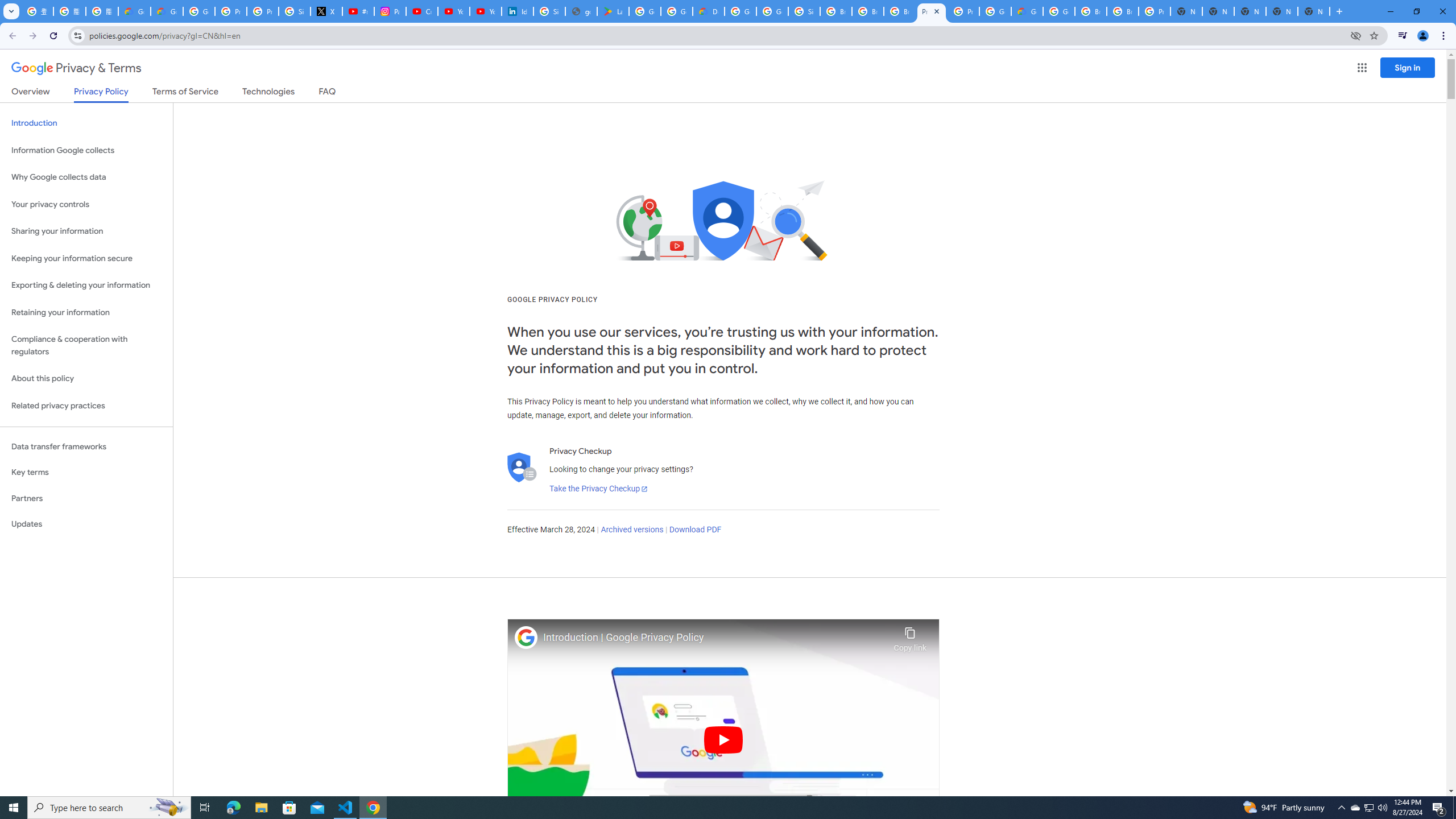  I want to click on 'Updates', so click(86, 523).